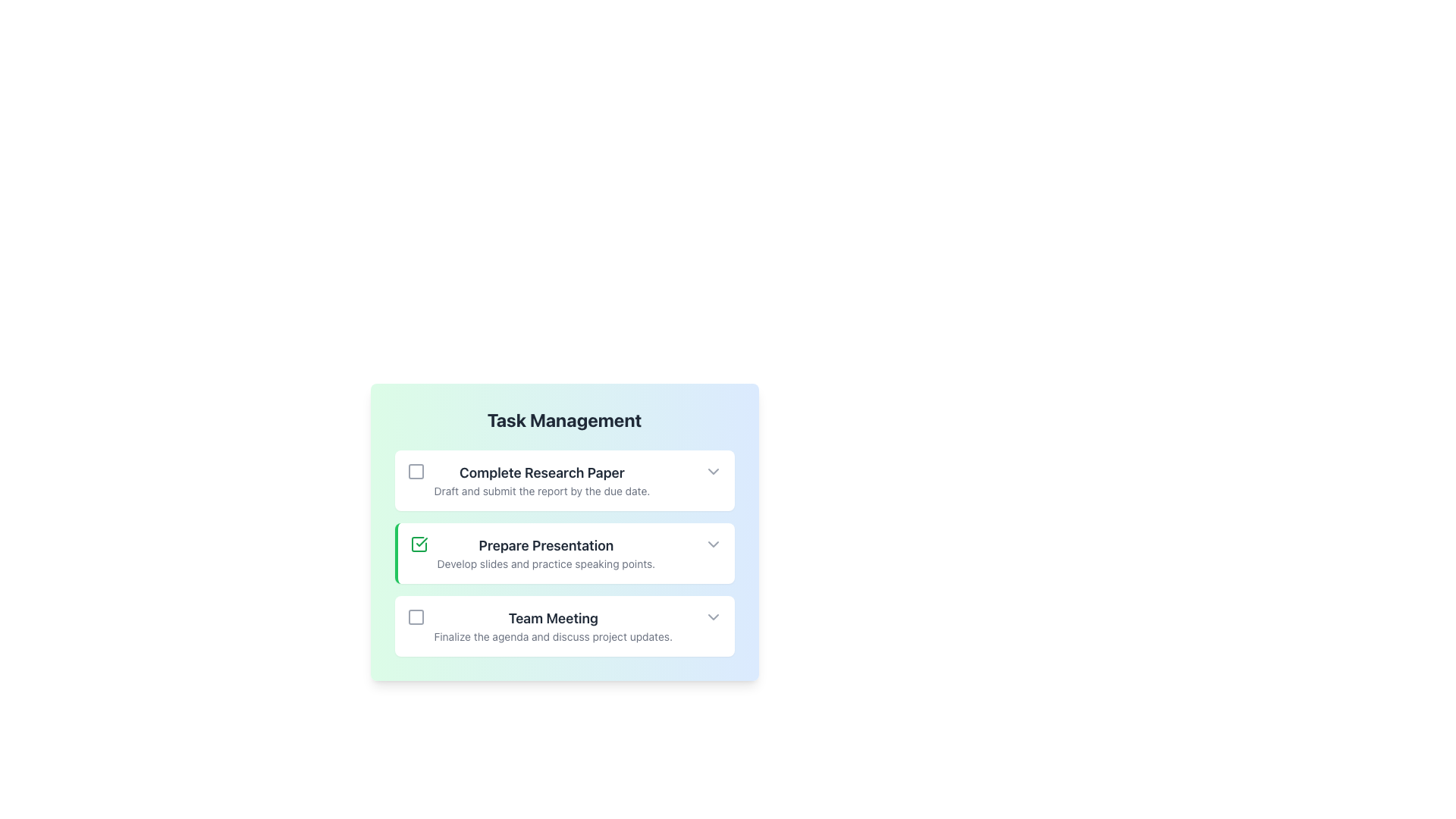 This screenshot has height=819, width=1456. I want to click on the green check mark icon of the second task item in the task management interface, so click(563, 553).